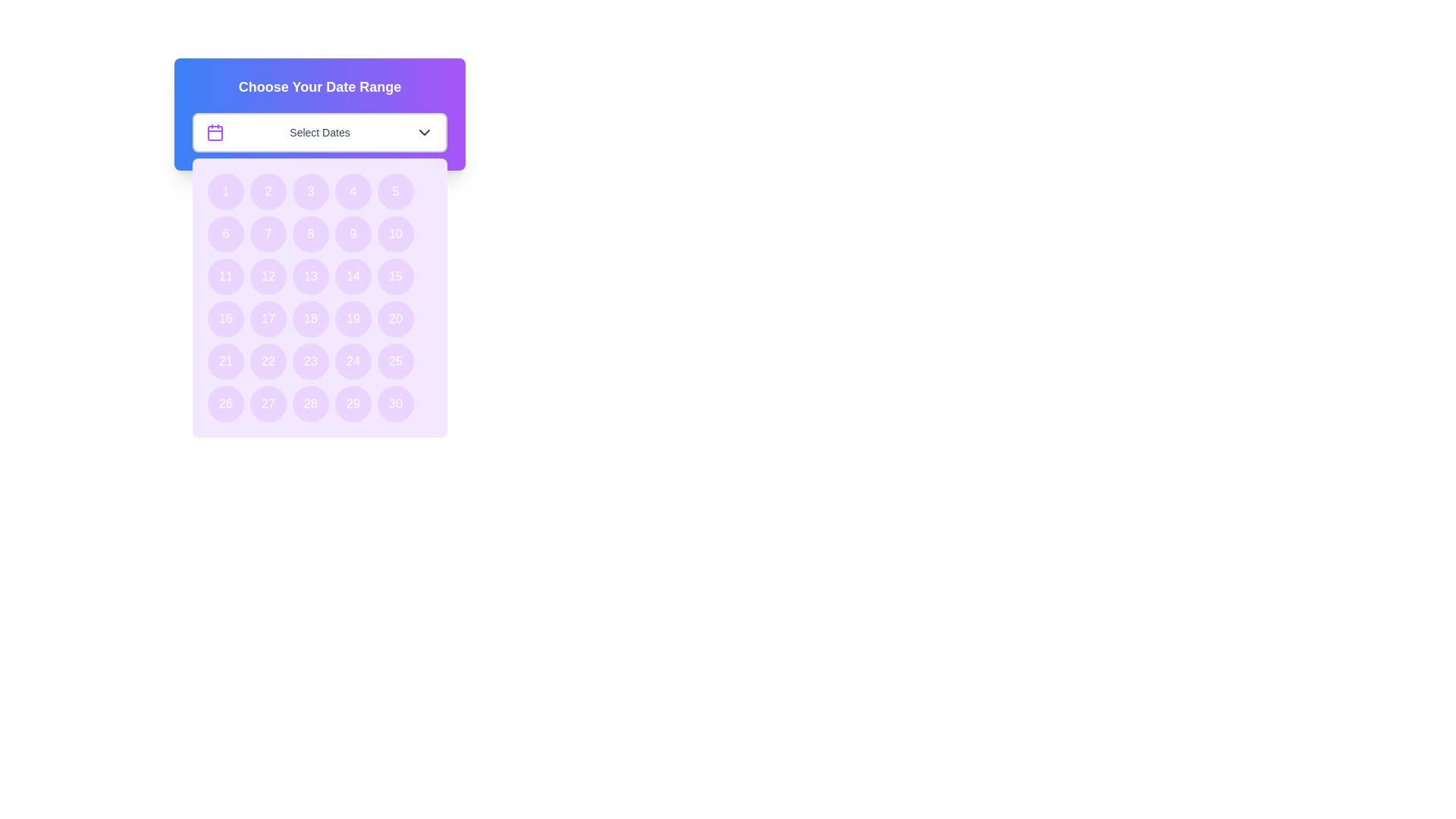 The height and width of the screenshot is (819, 1456). What do you see at coordinates (352, 318) in the screenshot?
I see `the button representing a selectable date in the fourth row and fourth column of the calendar interface` at bounding box center [352, 318].